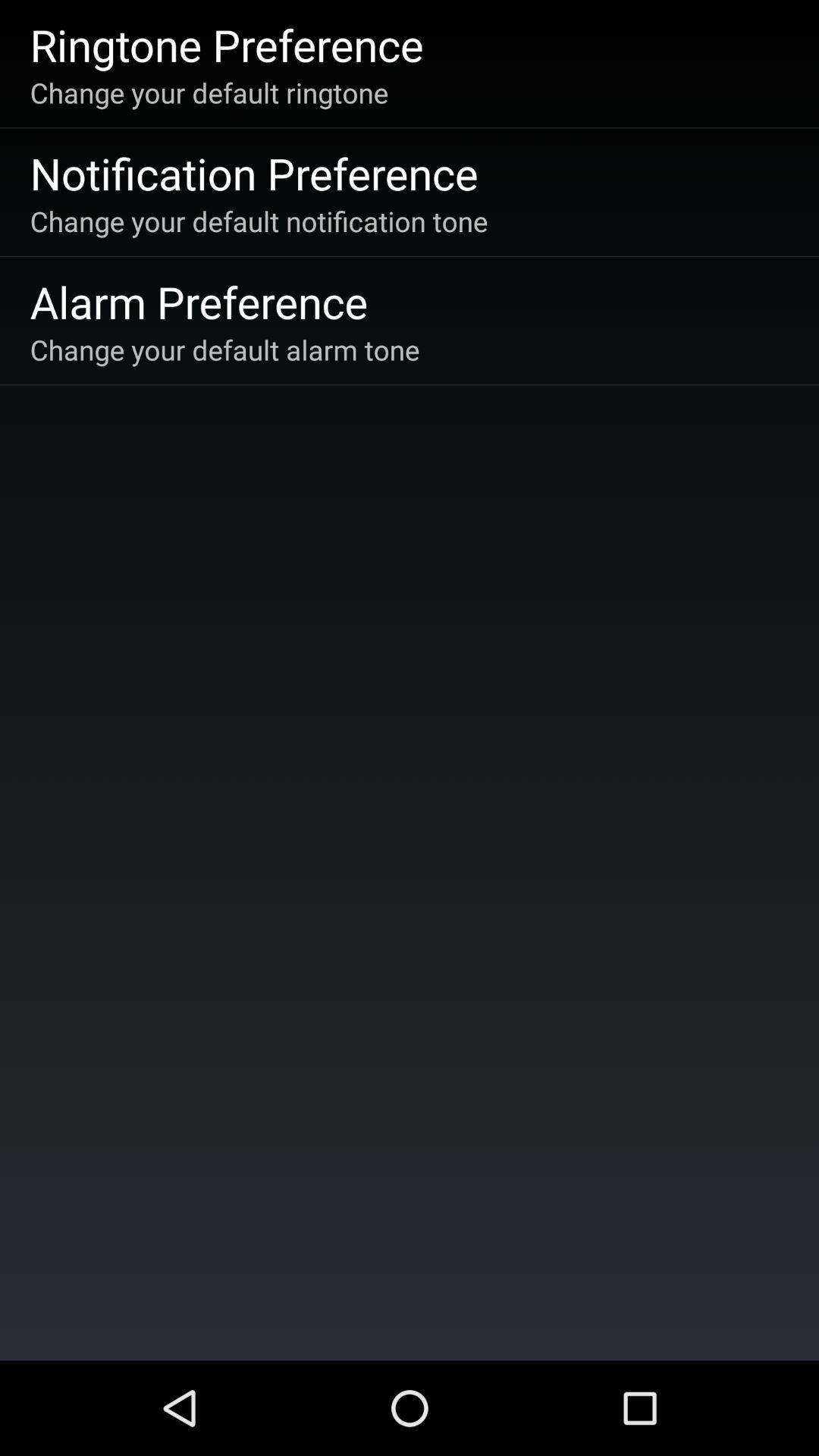  What do you see at coordinates (253, 173) in the screenshot?
I see `the app below the change your default` at bounding box center [253, 173].